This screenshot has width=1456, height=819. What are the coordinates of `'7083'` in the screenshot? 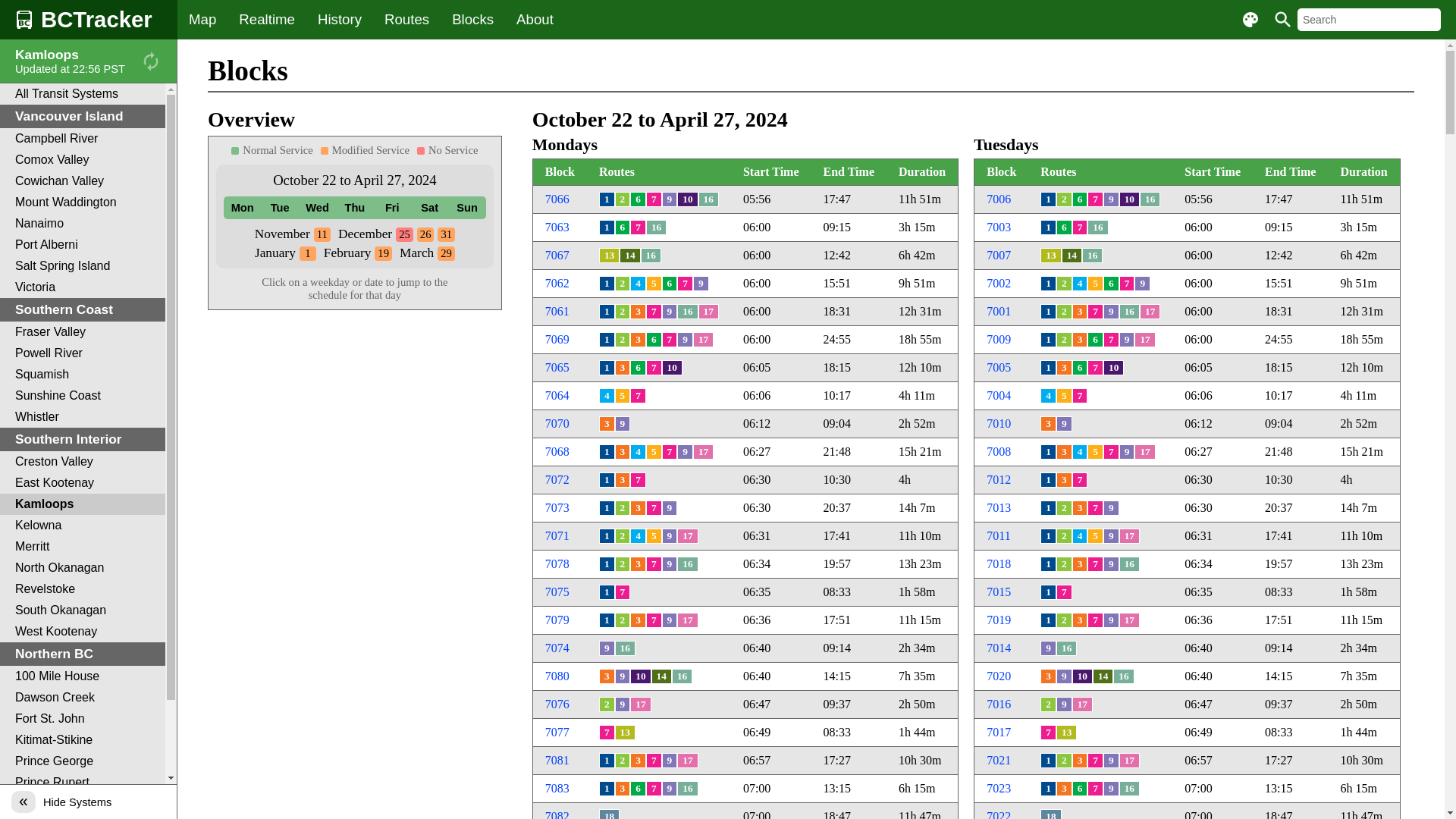 It's located at (545, 787).